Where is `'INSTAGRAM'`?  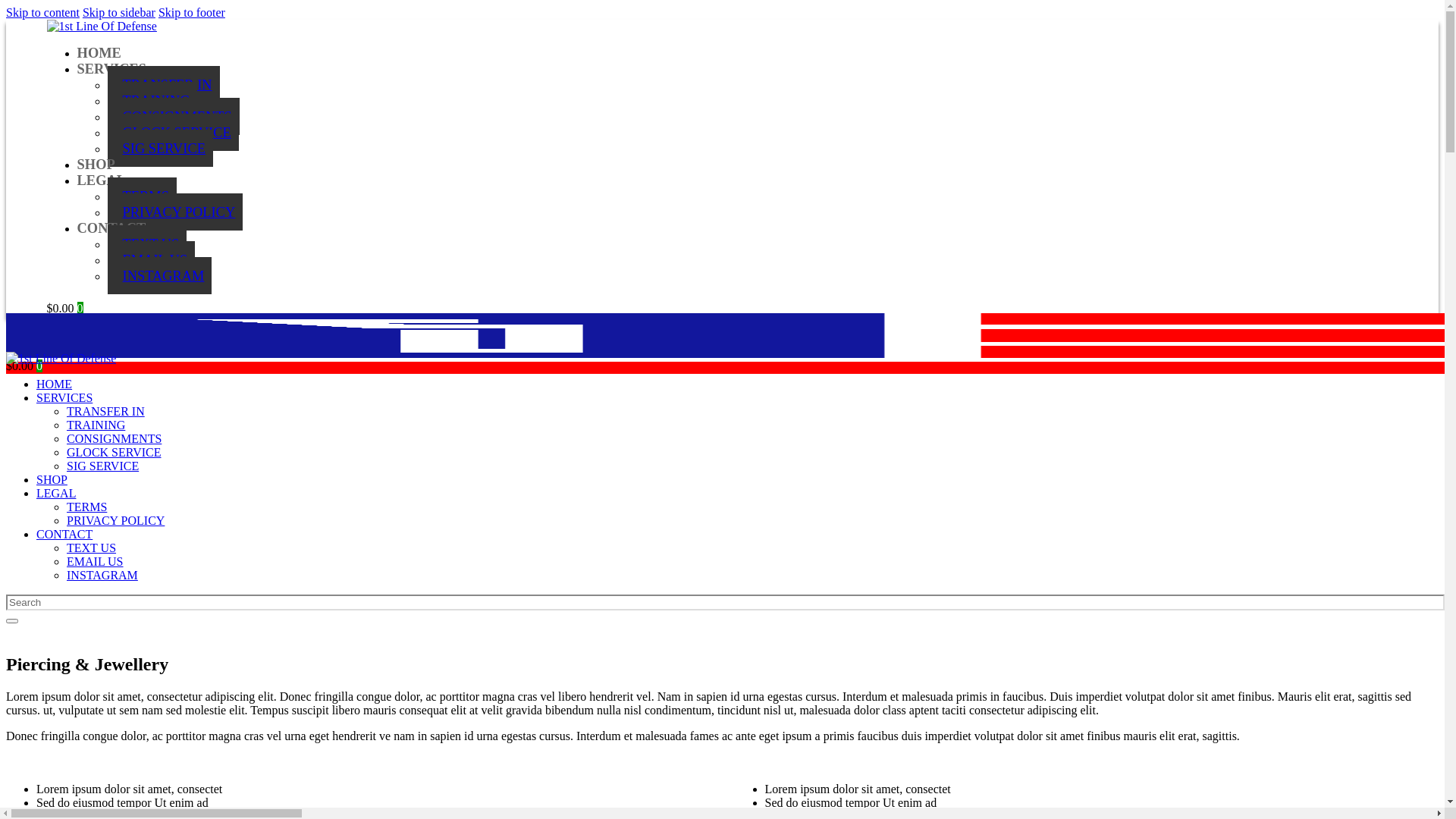
'INSTAGRAM' is located at coordinates (101, 575).